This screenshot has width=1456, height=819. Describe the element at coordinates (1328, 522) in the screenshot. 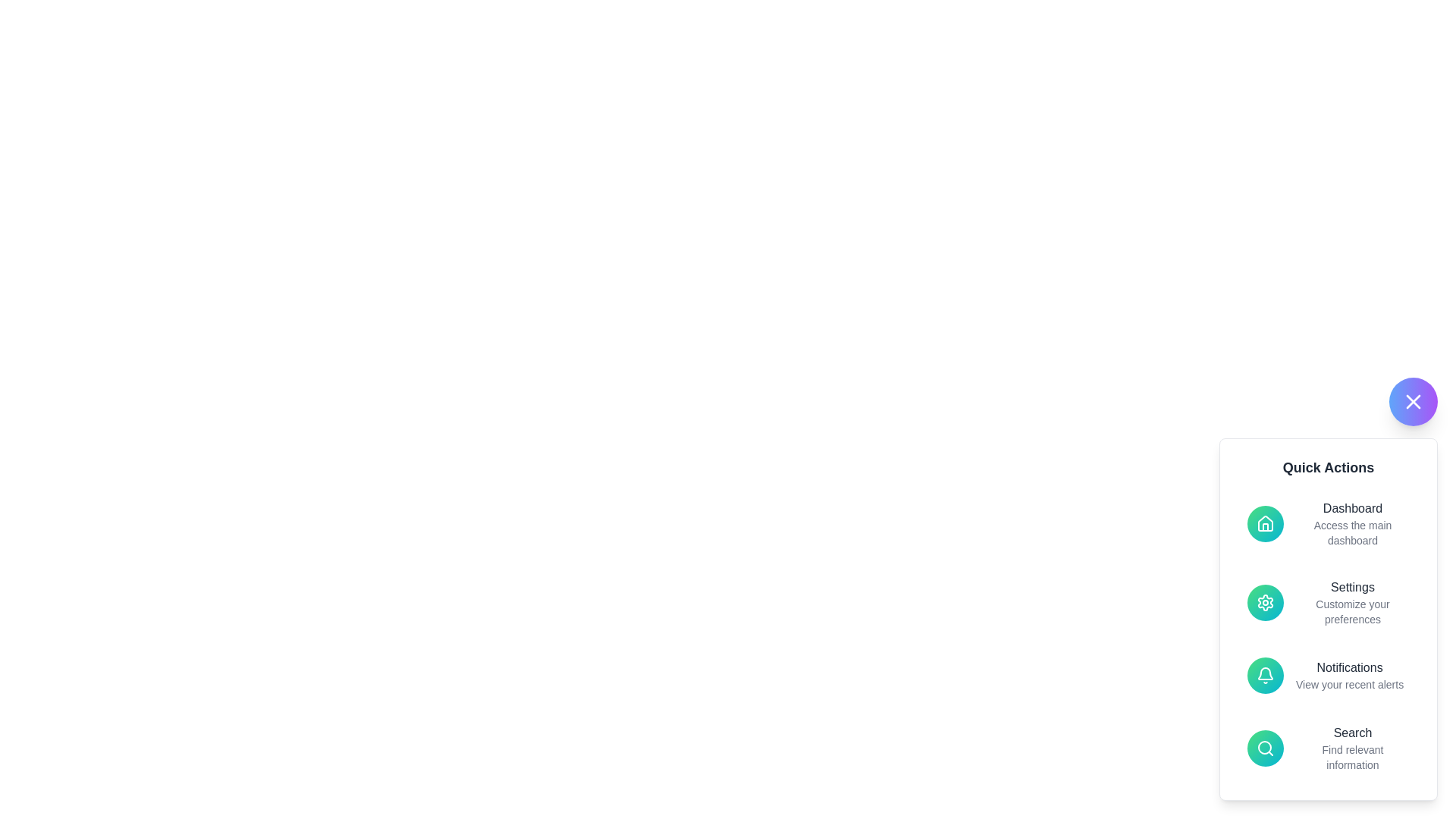

I see `the menu item labeled 'Dashboard' to highlight it` at that location.